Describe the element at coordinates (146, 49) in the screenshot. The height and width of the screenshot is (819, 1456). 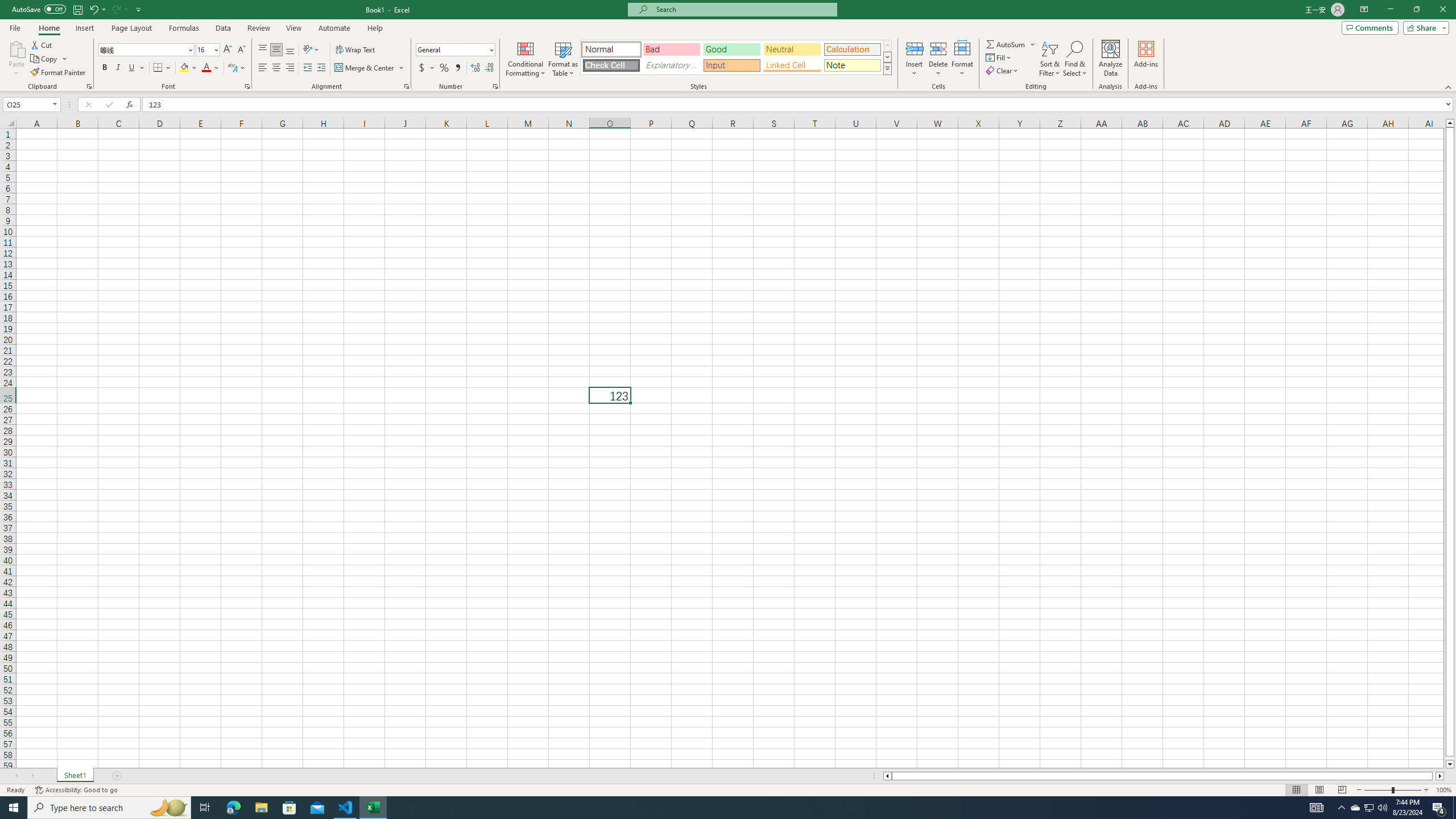
I see `'Font'` at that location.